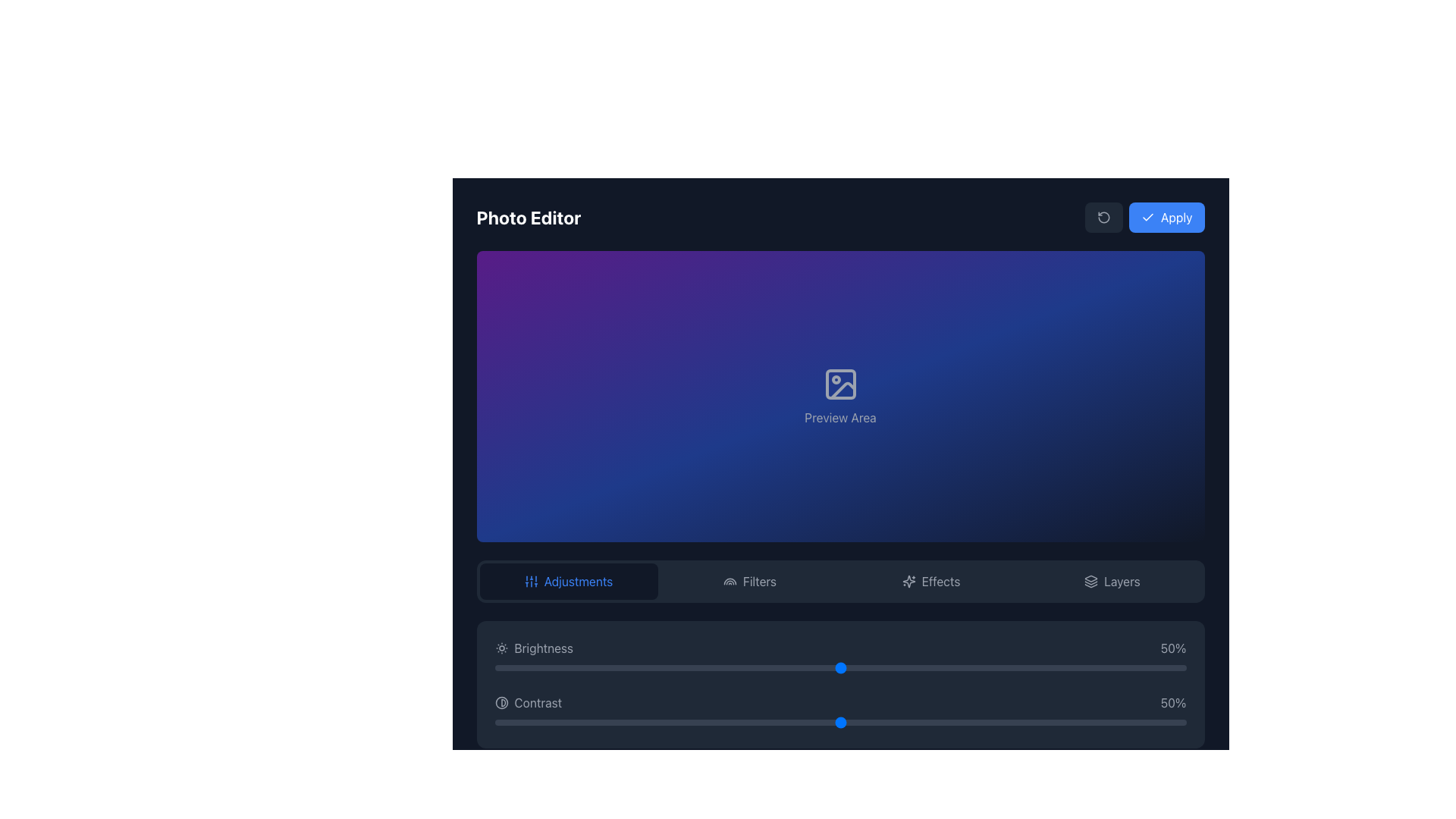 The height and width of the screenshot is (819, 1456). What do you see at coordinates (730, 581) in the screenshot?
I see `the outer arc of the rainbow icon, which is a decorative graphic element within an SVG component located in the top-right section of the interface` at bounding box center [730, 581].